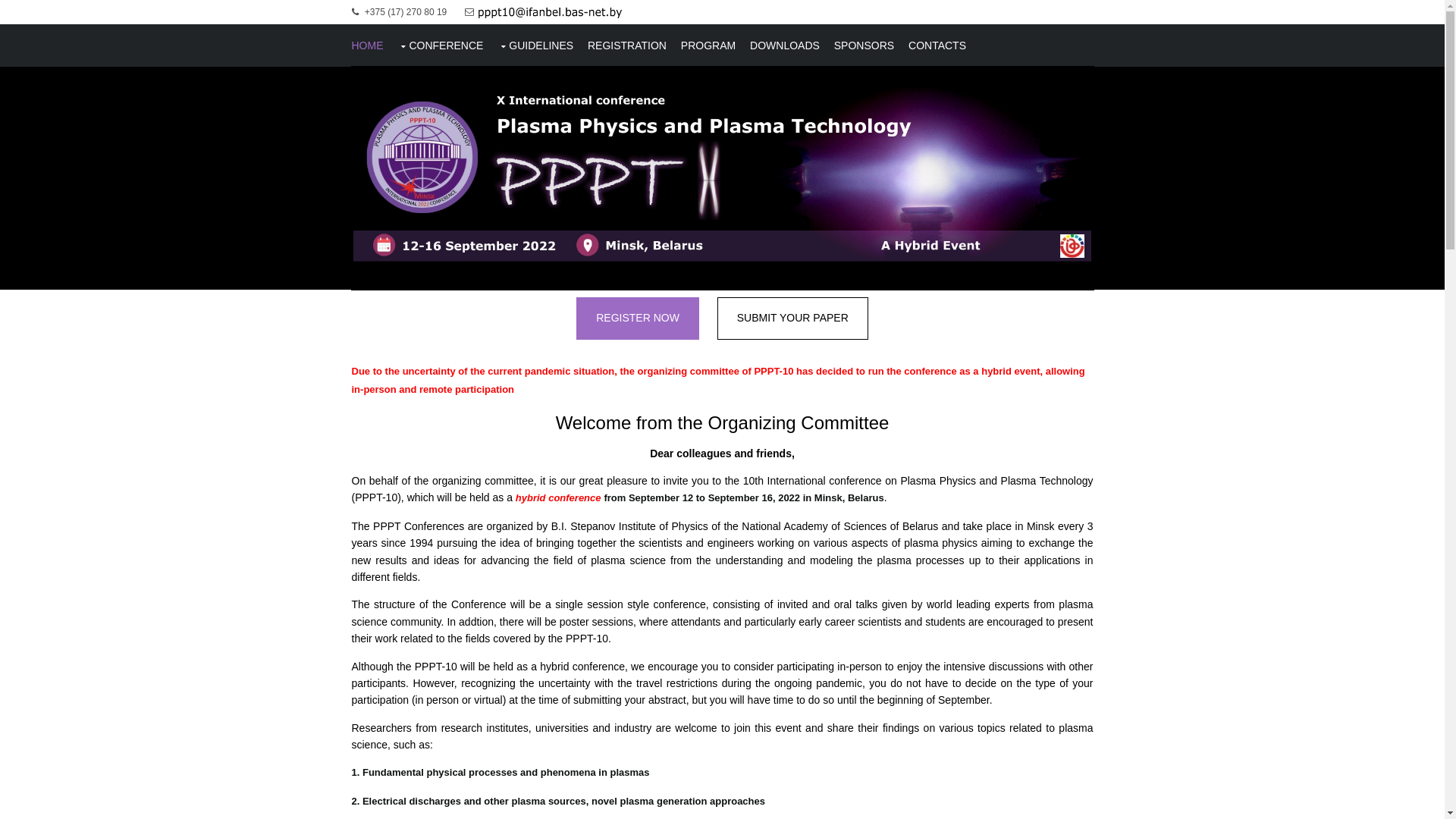 This screenshot has height=819, width=1456. What do you see at coordinates (785, 45) in the screenshot?
I see `'DOWNLOADS'` at bounding box center [785, 45].